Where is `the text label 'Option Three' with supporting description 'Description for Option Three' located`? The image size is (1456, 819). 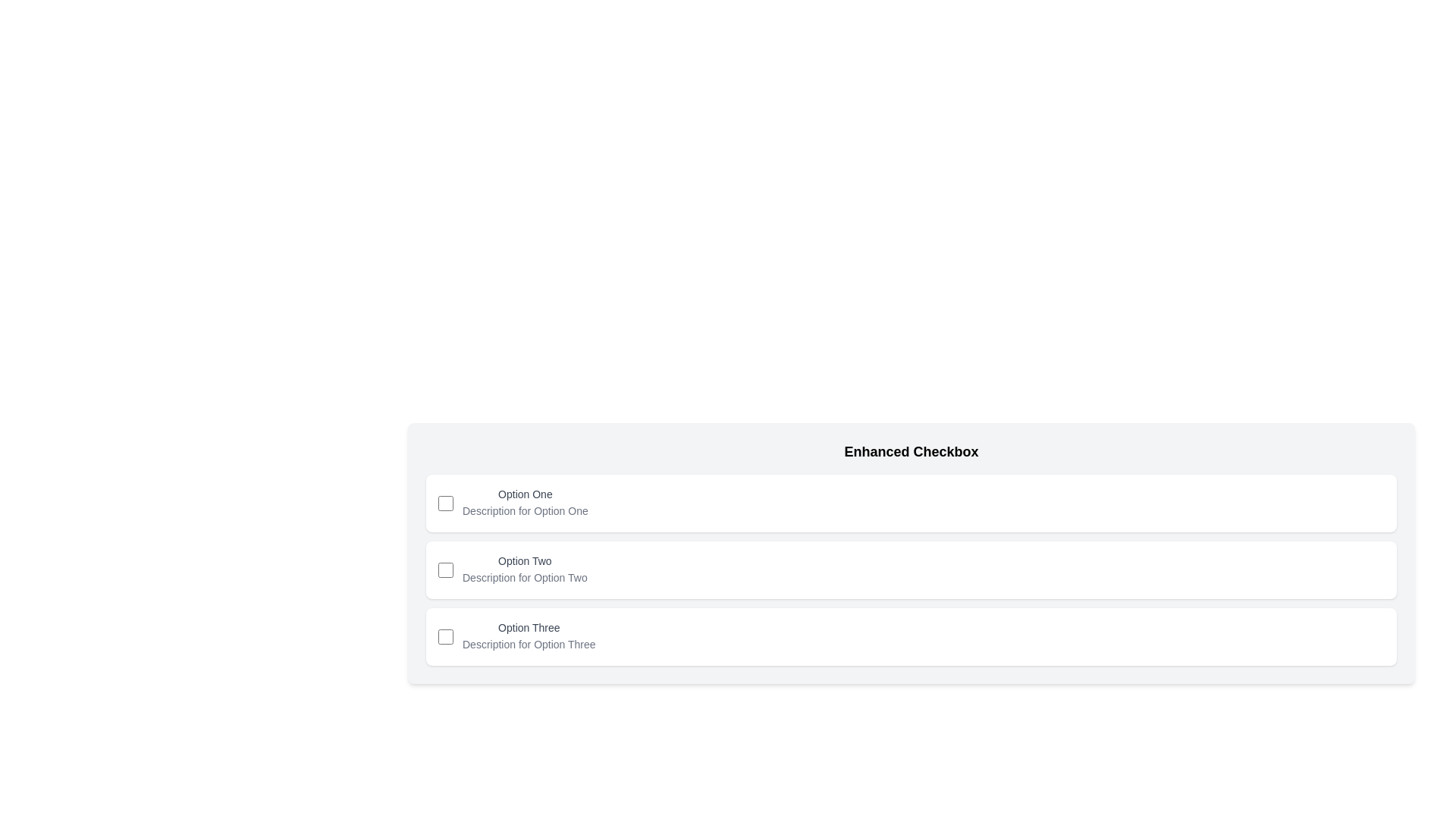
the text label 'Option Three' with supporting description 'Description for Option Three' located is located at coordinates (529, 637).